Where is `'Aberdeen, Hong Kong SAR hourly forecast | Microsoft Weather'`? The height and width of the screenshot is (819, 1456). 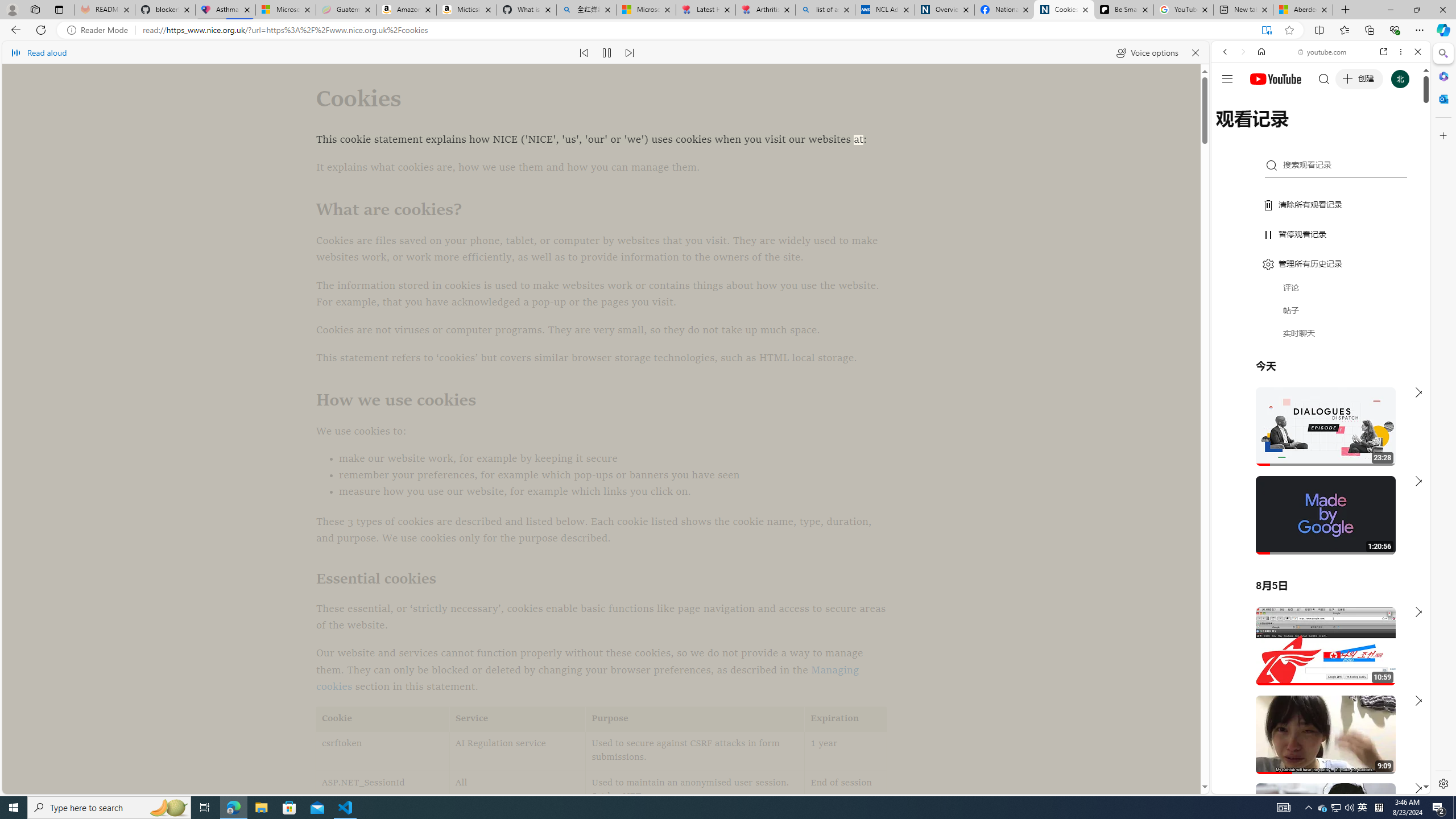 'Aberdeen, Hong Kong SAR hourly forecast | Microsoft Weather' is located at coordinates (1302, 9).